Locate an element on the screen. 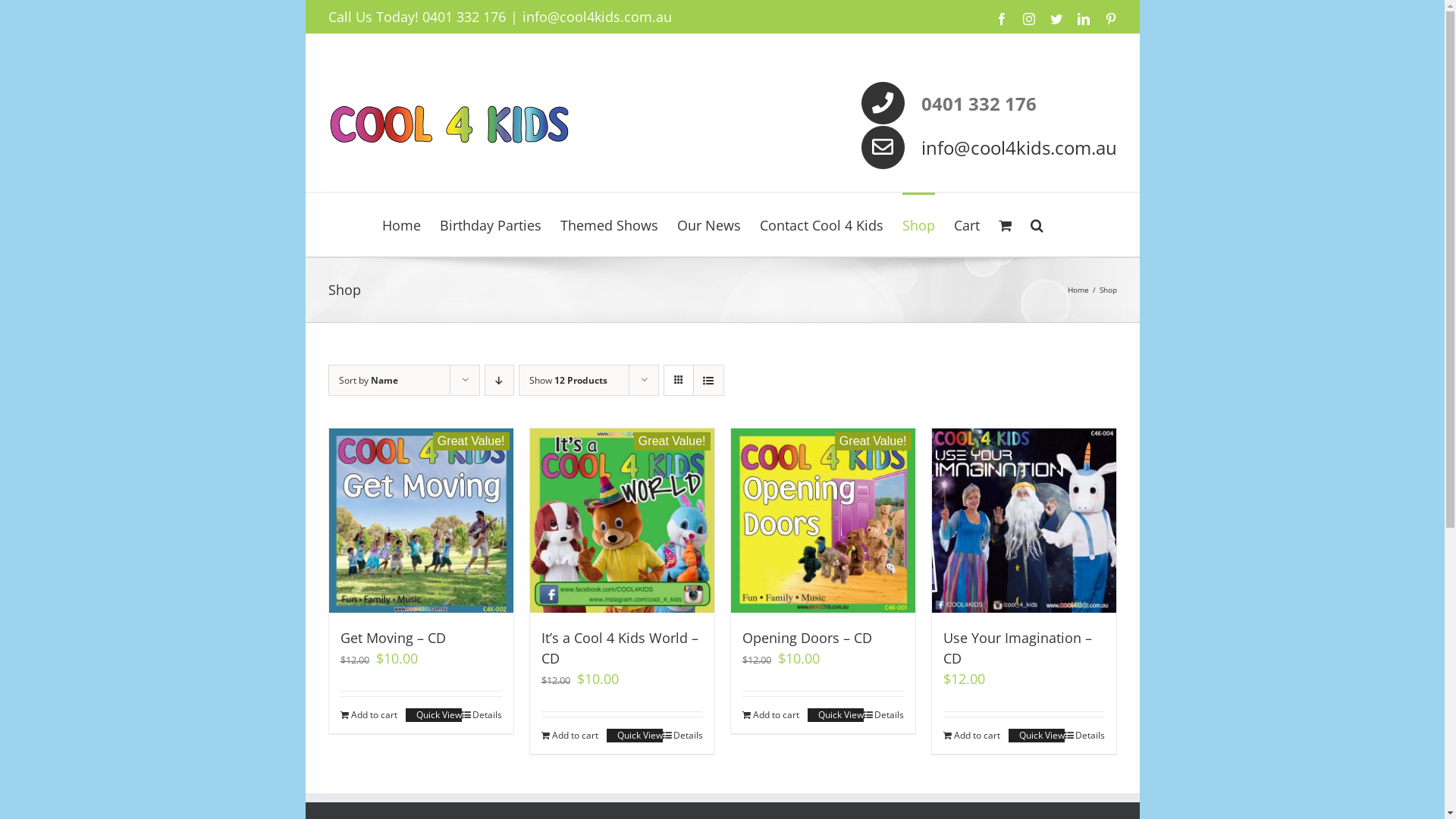 The image size is (1456, 819). 'Cart' is located at coordinates (966, 224).